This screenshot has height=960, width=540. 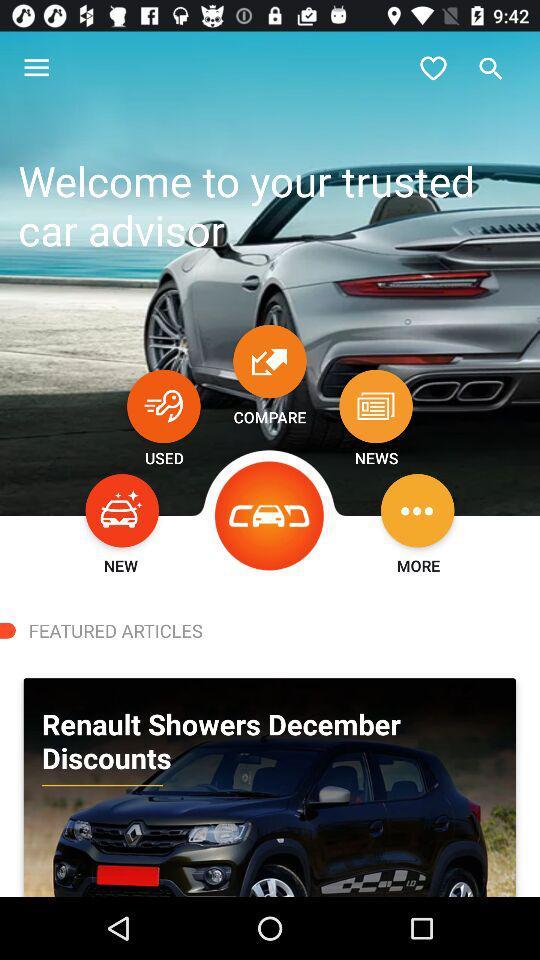 What do you see at coordinates (162, 405) in the screenshot?
I see `search used cars` at bounding box center [162, 405].